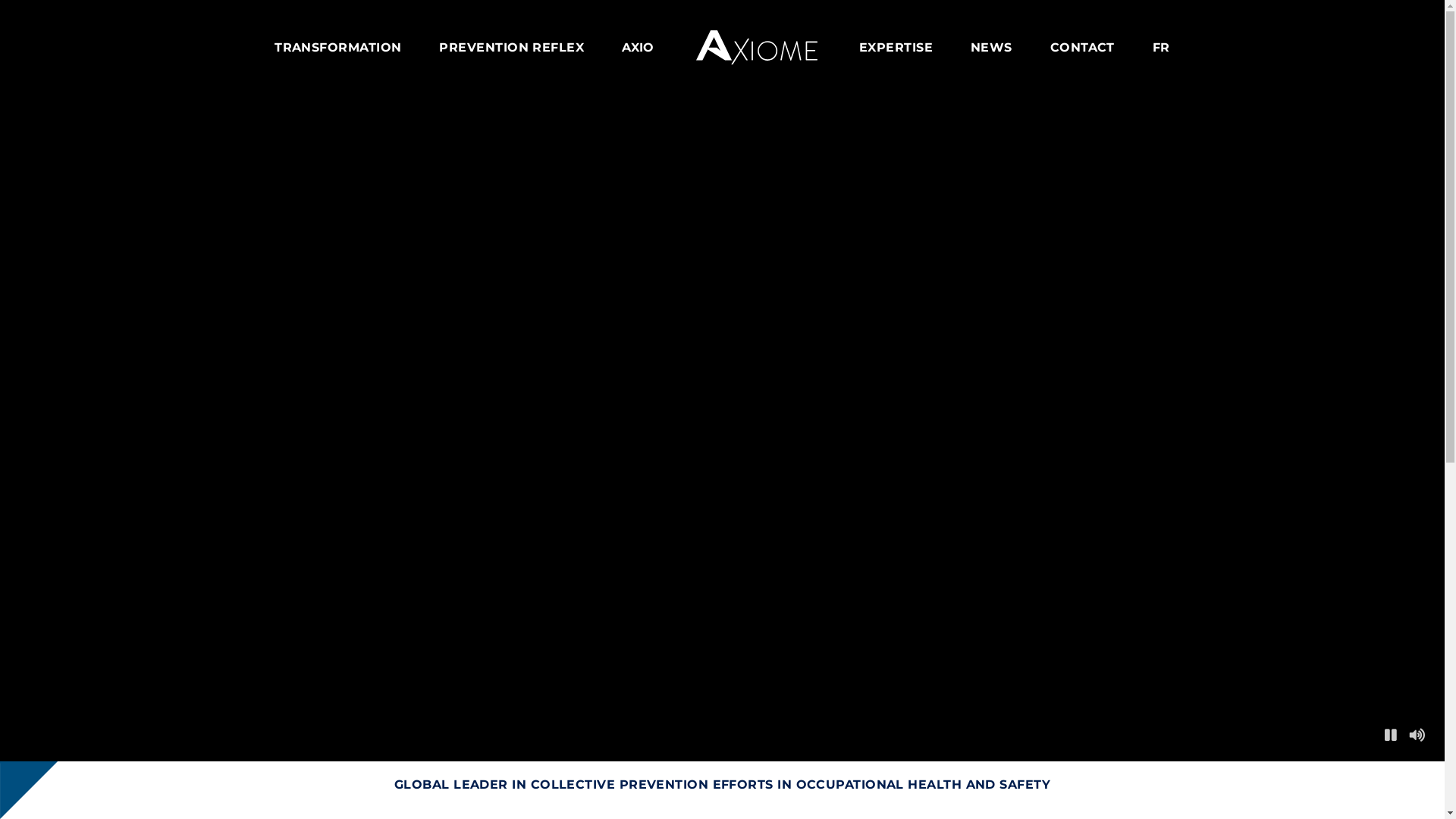  Describe the element at coordinates (511, 47) in the screenshot. I see `'PREVENTION REFLEX'` at that location.